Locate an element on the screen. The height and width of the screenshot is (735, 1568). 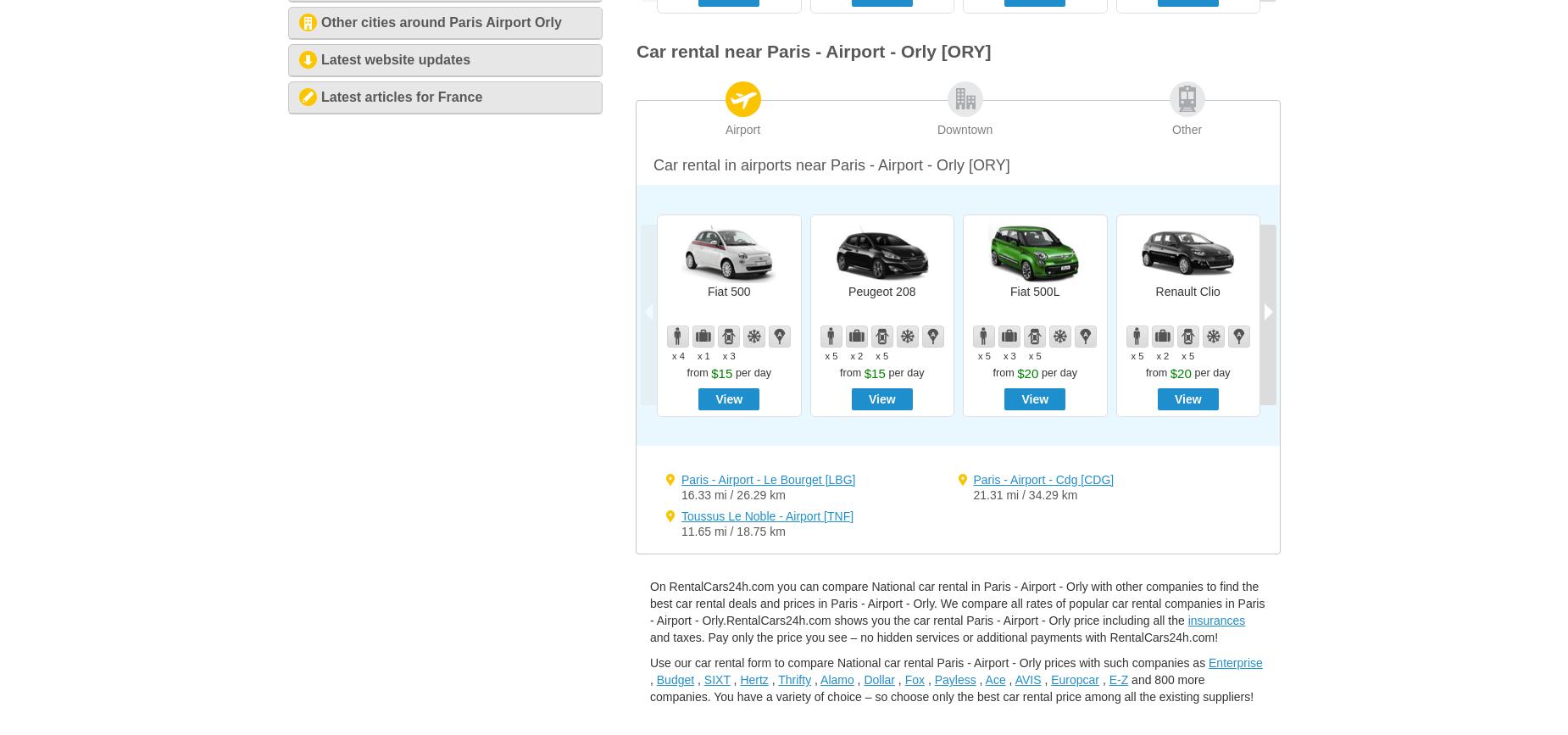
'Budget' is located at coordinates (675, 678).